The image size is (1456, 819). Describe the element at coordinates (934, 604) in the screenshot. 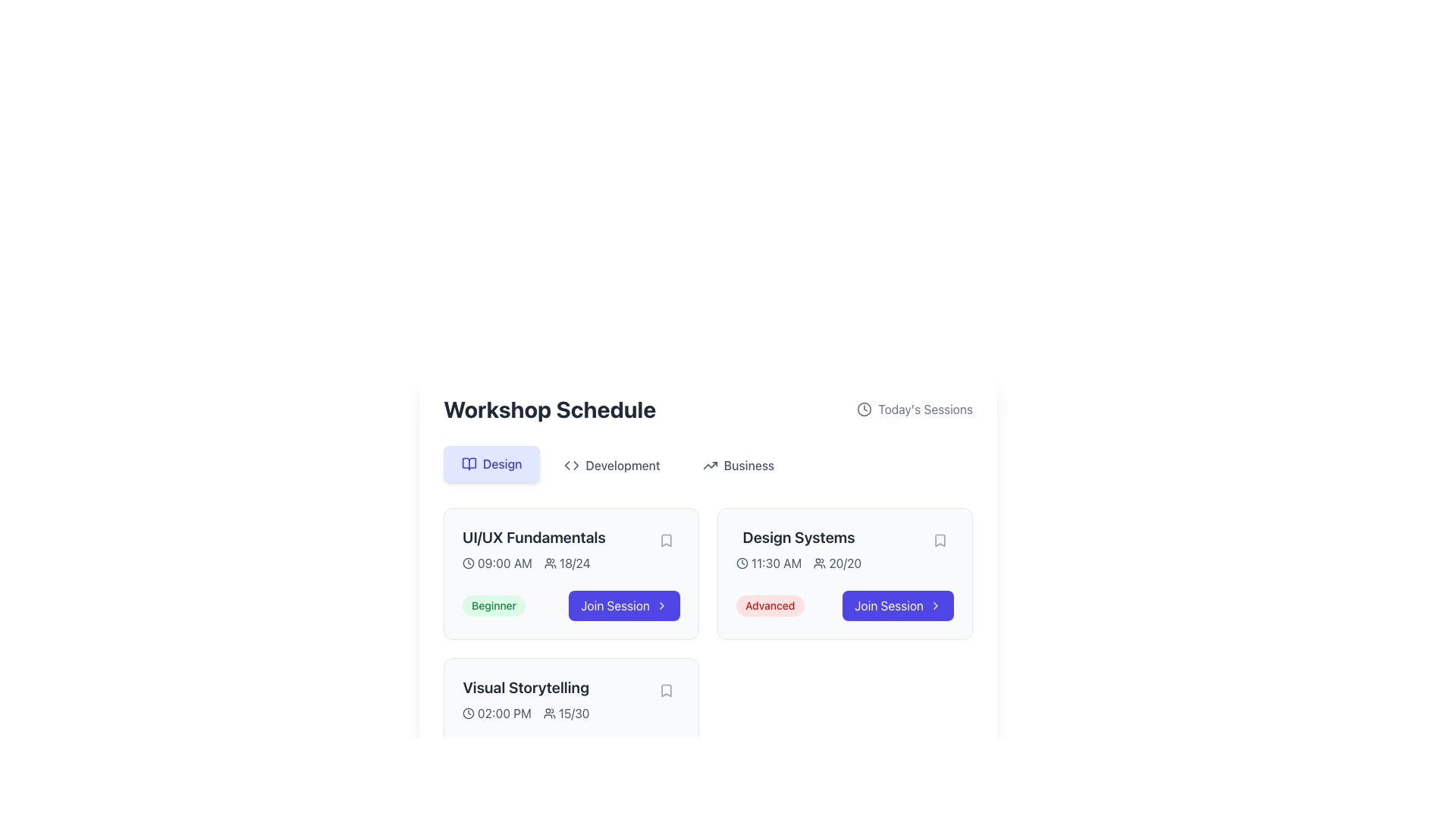

I see `the chevron arrow icon located at the right end of the 'Join Session' button in the 'Design Systems' session card` at that location.